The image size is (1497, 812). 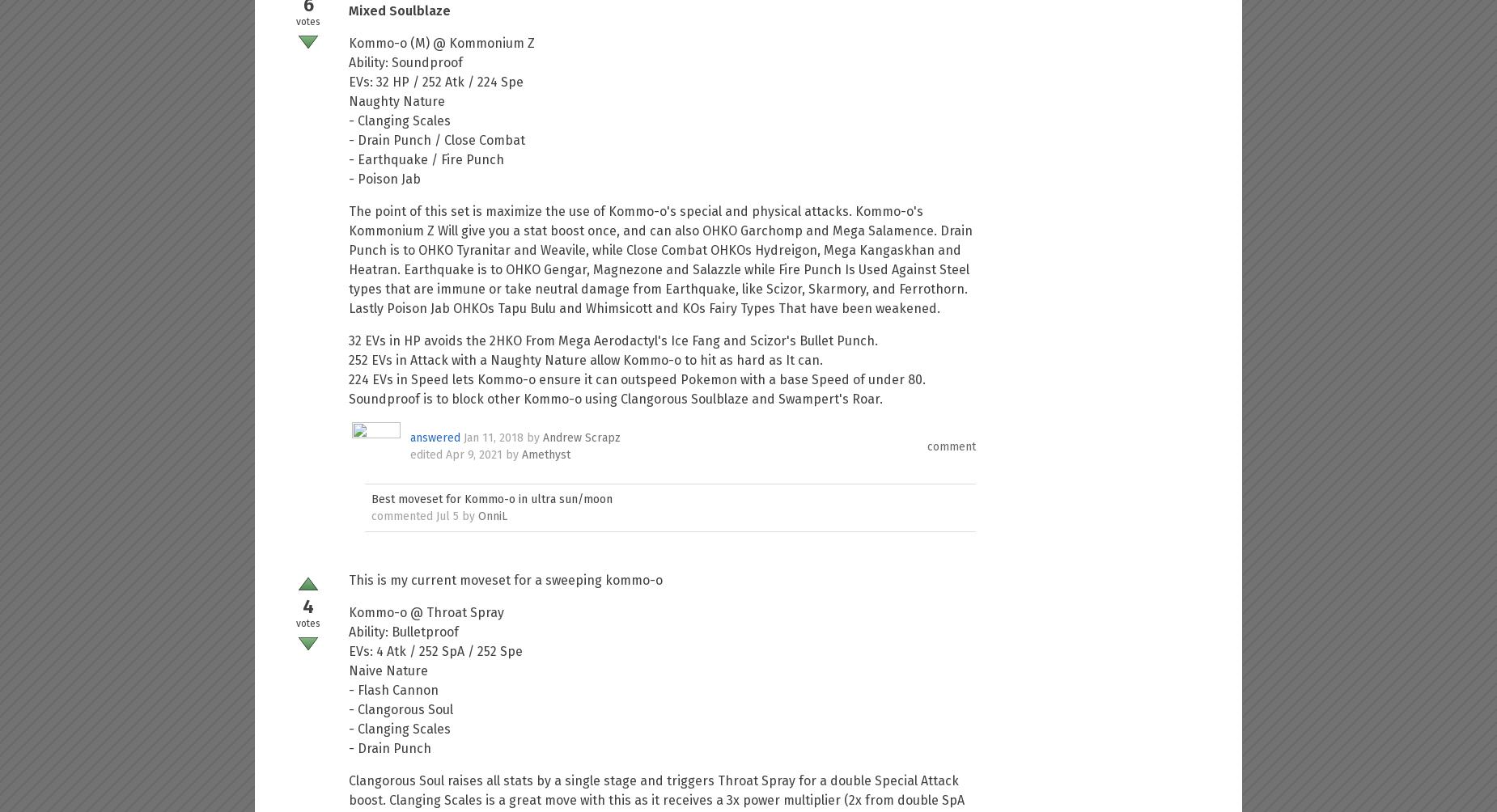 What do you see at coordinates (384, 178) in the screenshot?
I see `'- Poison Jab'` at bounding box center [384, 178].